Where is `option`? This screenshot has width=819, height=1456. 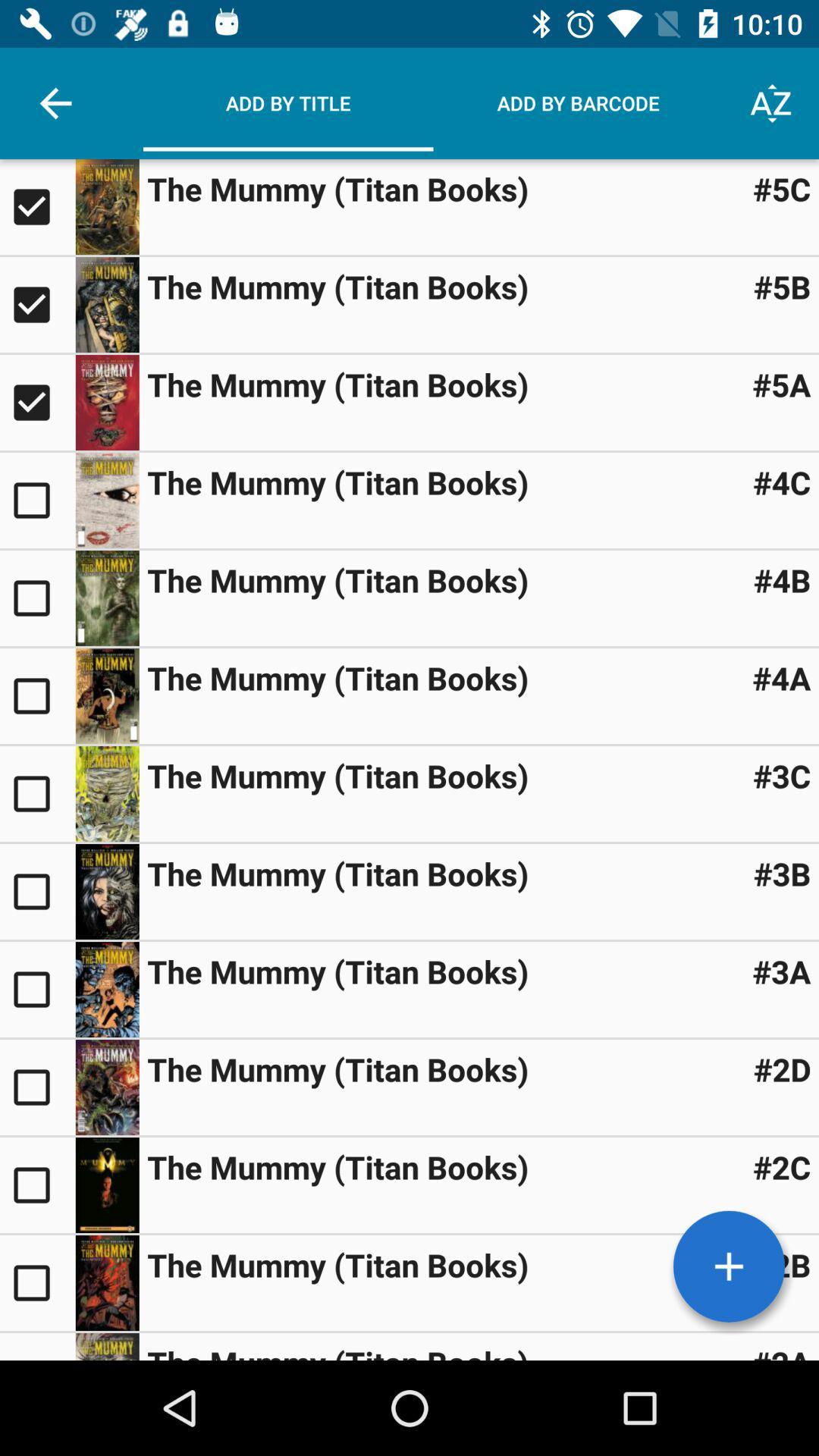 option is located at coordinates (36, 1185).